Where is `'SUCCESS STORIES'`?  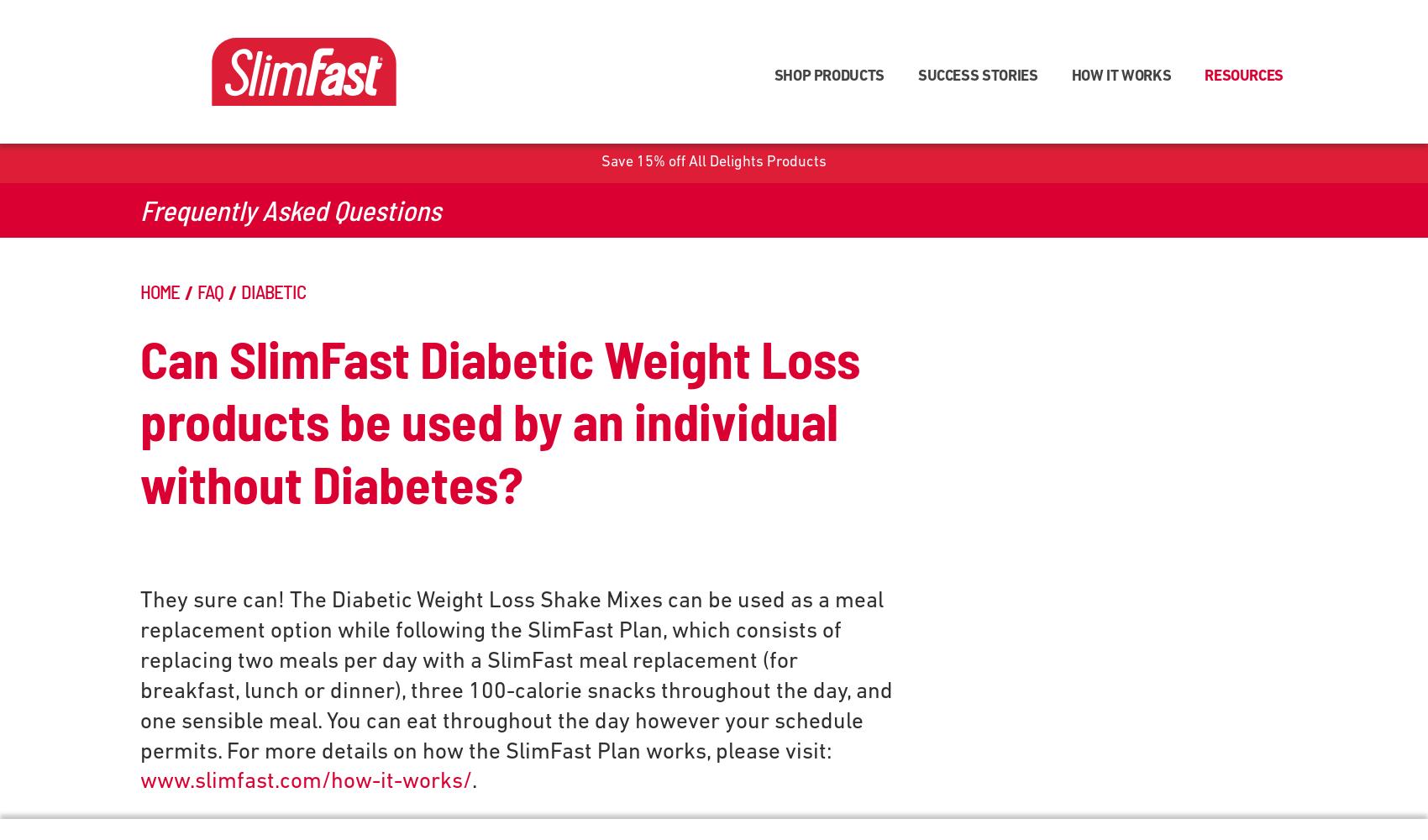 'SUCCESS STORIES' is located at coordinates (977, 76).